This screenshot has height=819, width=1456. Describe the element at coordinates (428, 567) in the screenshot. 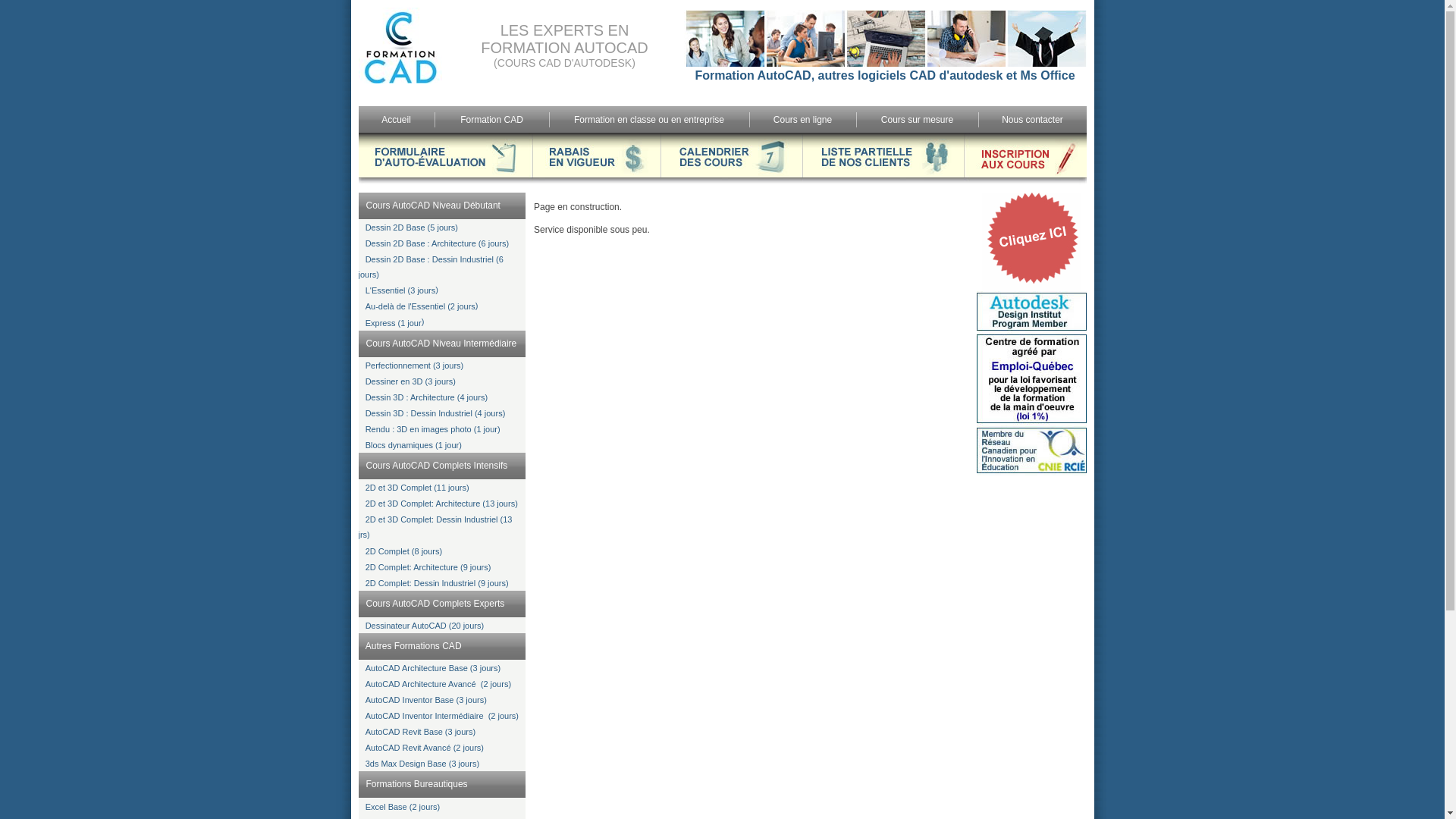

I see `'2D Complet: Architecture (9 jours)'` at that location.